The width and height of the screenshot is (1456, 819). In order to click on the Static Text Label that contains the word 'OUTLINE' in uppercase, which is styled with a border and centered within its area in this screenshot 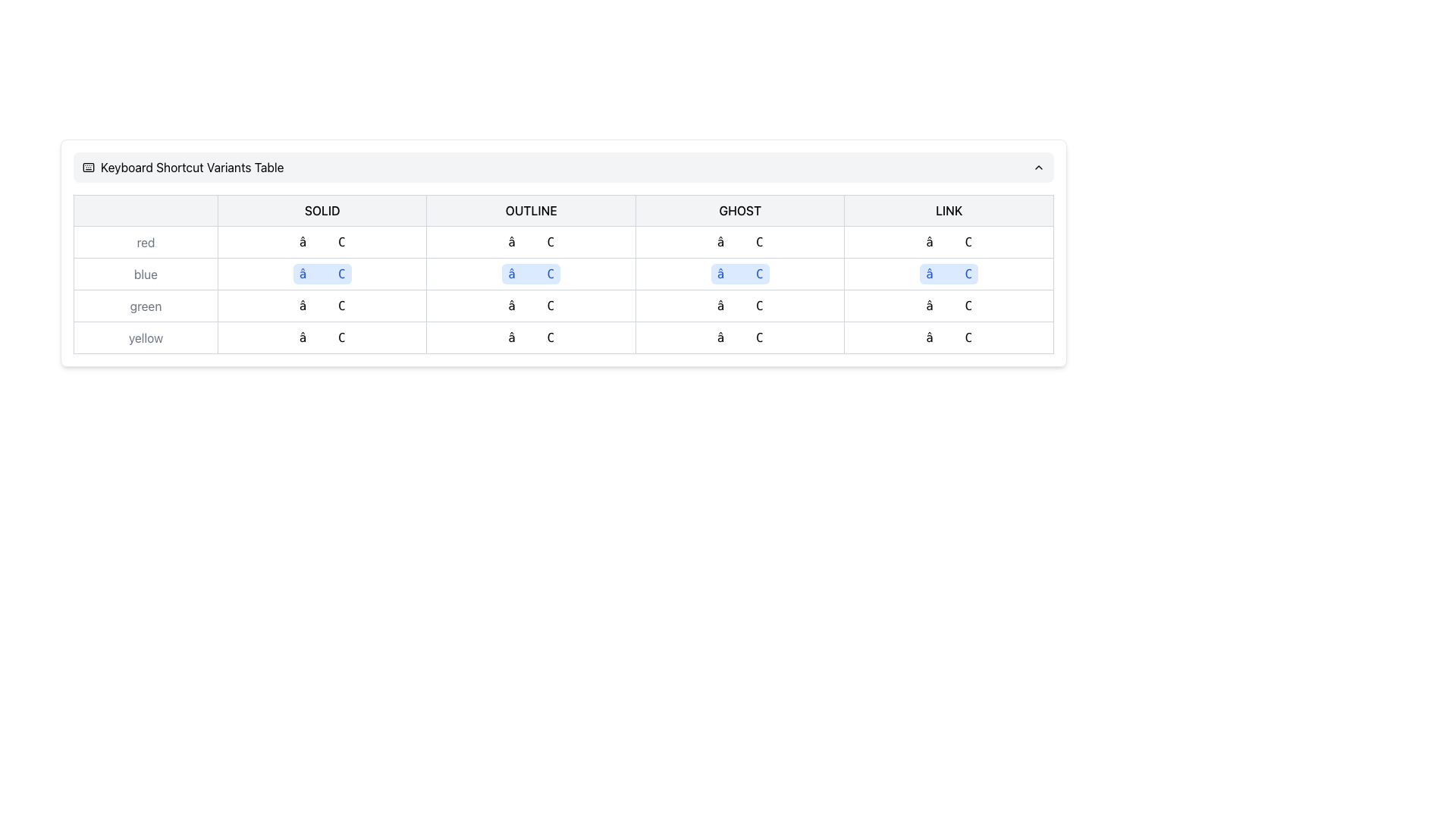, I will do `click(531, 210)`.